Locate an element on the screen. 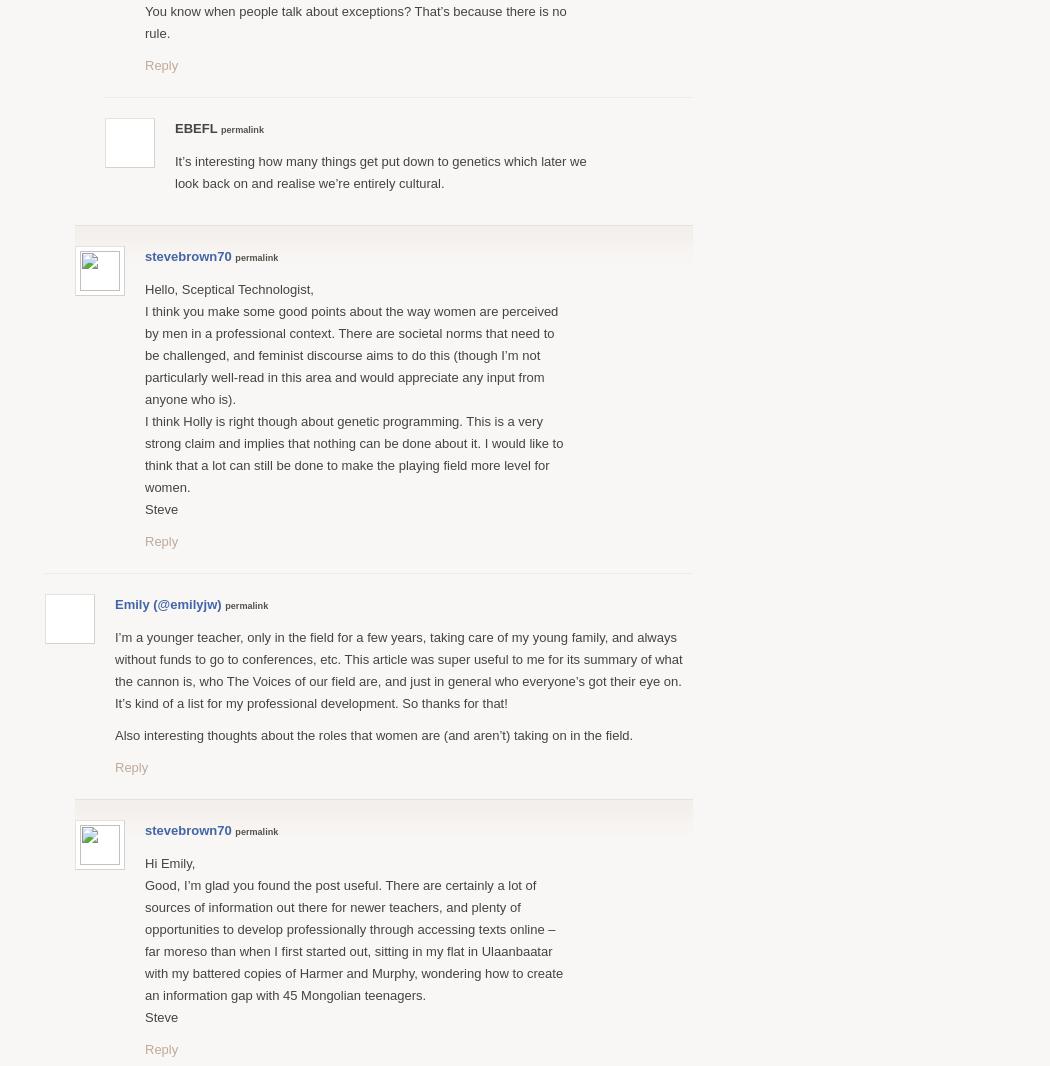  'I’m a younger teacher, only in the field for a few years, taking care of my young family, and always without funds to go to conferences, etc. This article was super useful to me for its summary of what the cannon is, who The Voices of our field are, and just in general who everyone’s got their eye on. It’s kind of a list for my professional development. So thanks for that!' is located at coordinates (398, 668).